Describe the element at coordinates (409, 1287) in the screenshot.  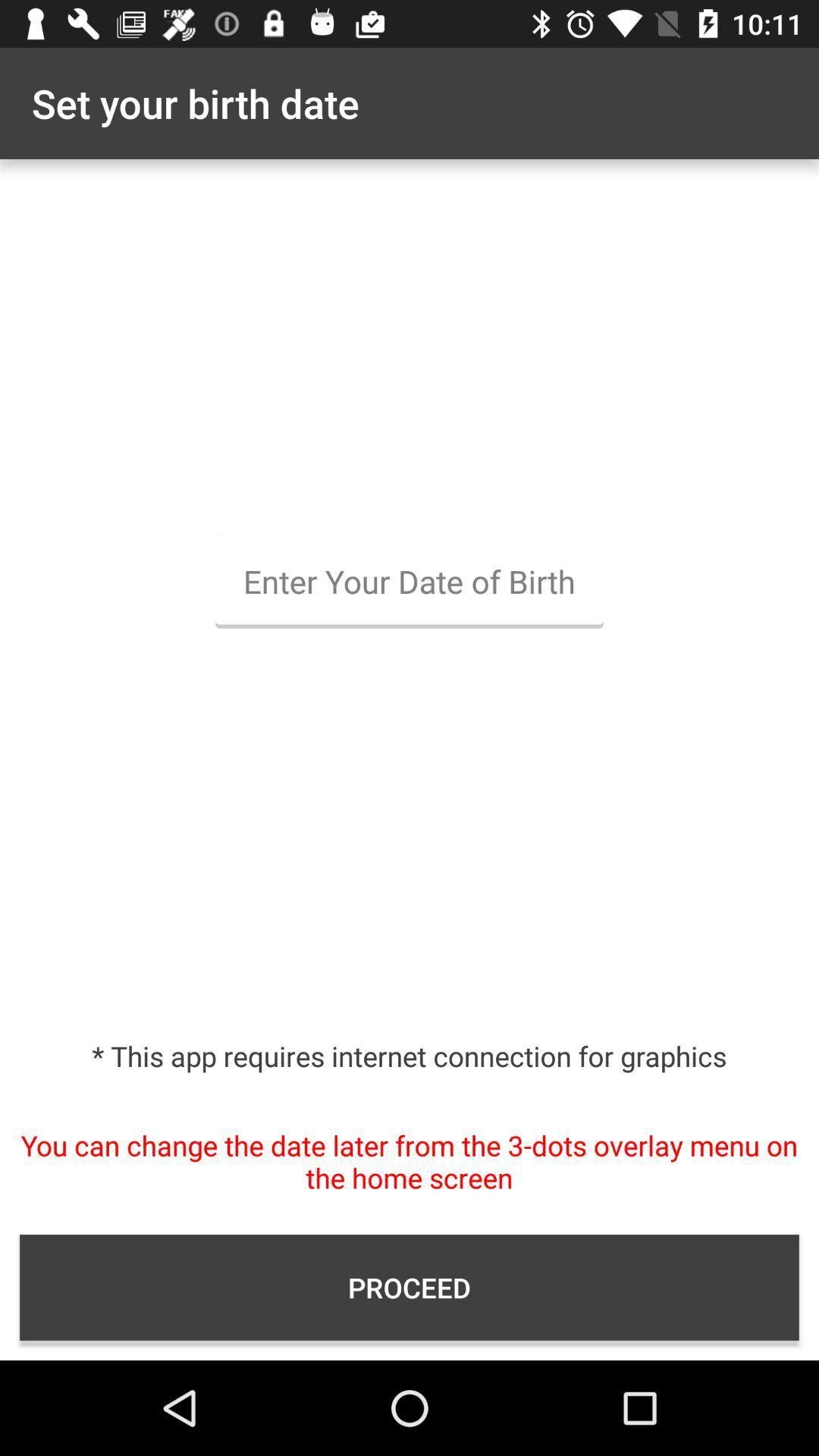
I see `the proceed icon` at that location.